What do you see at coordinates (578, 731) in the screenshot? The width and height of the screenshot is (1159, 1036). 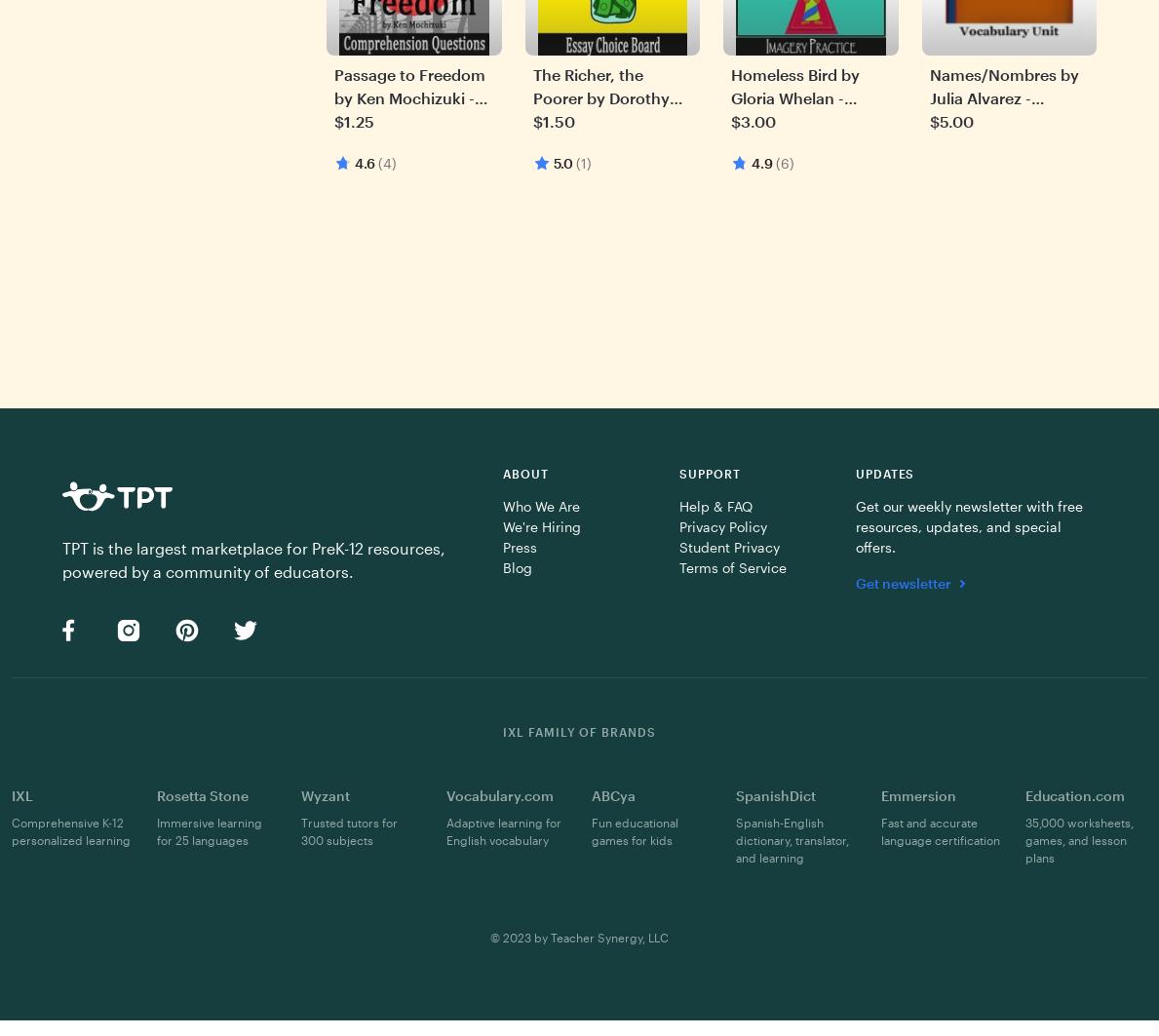 I see `'IXL family of brands'` at bounding box center [578, 731].